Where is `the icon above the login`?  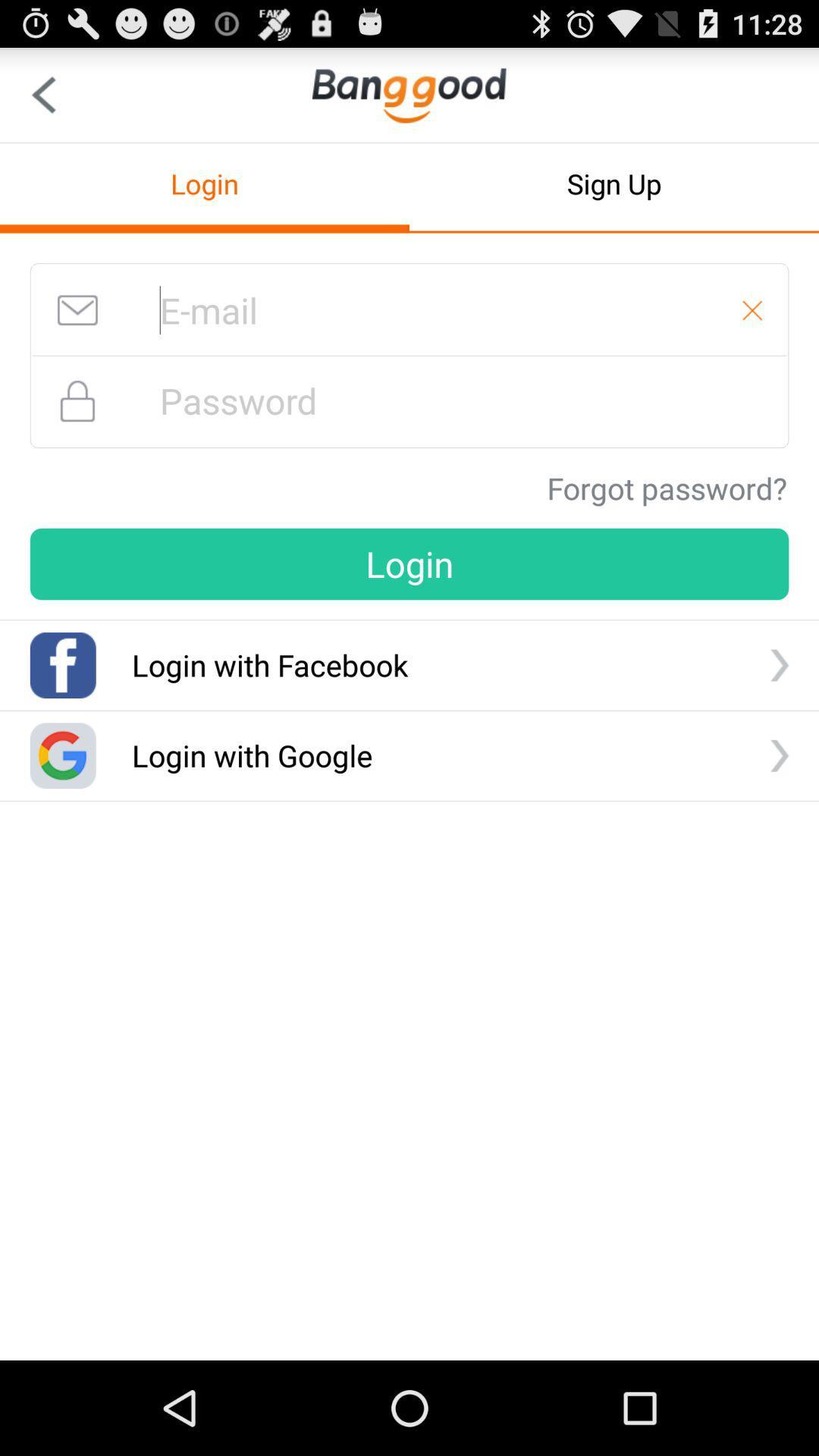 the icon above the login is located at coordinates (666, 488).